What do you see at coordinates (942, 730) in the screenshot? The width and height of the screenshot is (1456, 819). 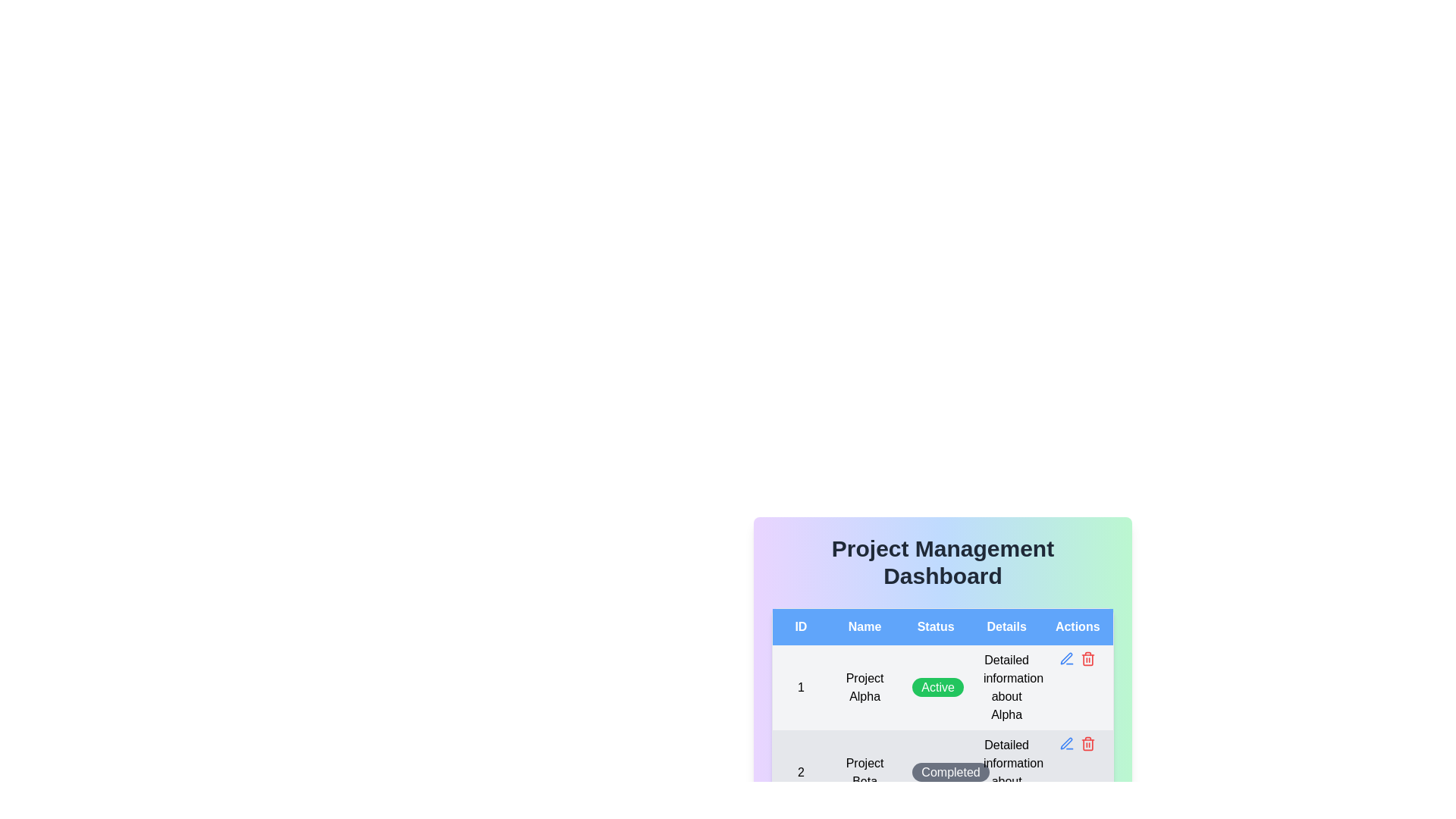 I see `the second row of the table displaying summarized information about 'Project Beta'` at bounding box center [942, 730].